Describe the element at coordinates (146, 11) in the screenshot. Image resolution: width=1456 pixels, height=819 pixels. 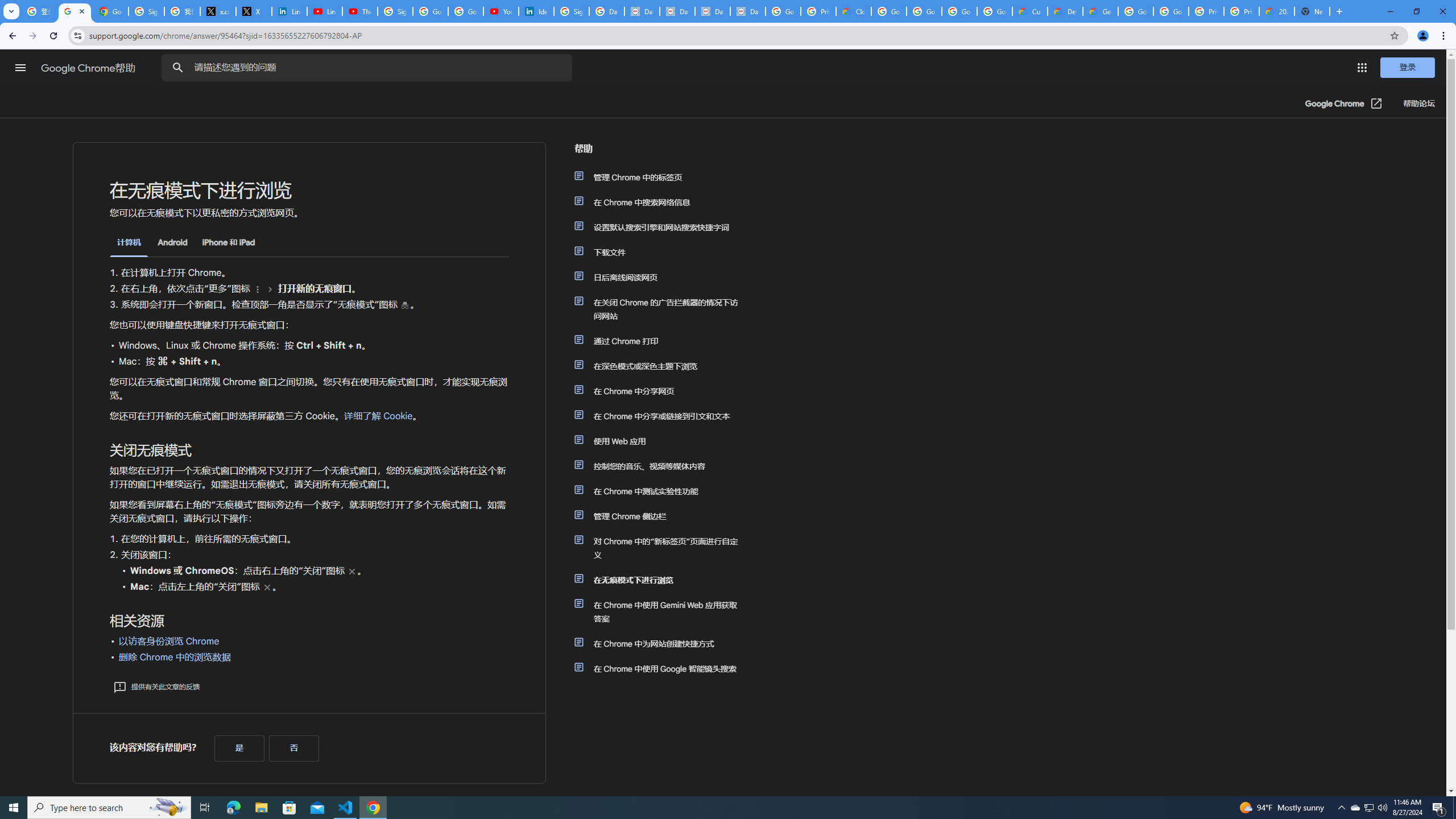
I see `'Sign in - Google Accounts'` at that location.